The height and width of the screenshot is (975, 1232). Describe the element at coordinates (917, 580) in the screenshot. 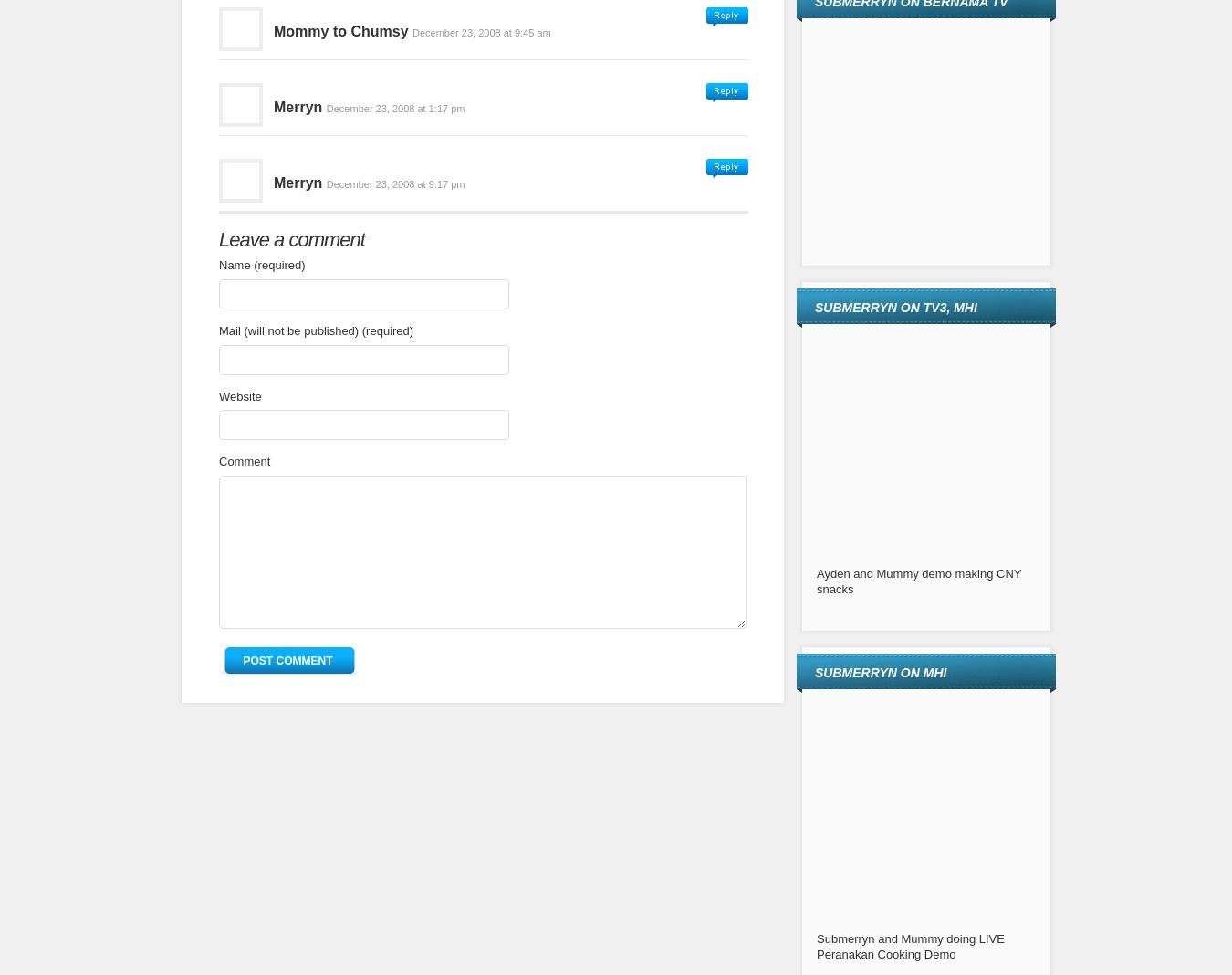

I see `'Ayden and Mummy demo making CNY snacks'` at that location.